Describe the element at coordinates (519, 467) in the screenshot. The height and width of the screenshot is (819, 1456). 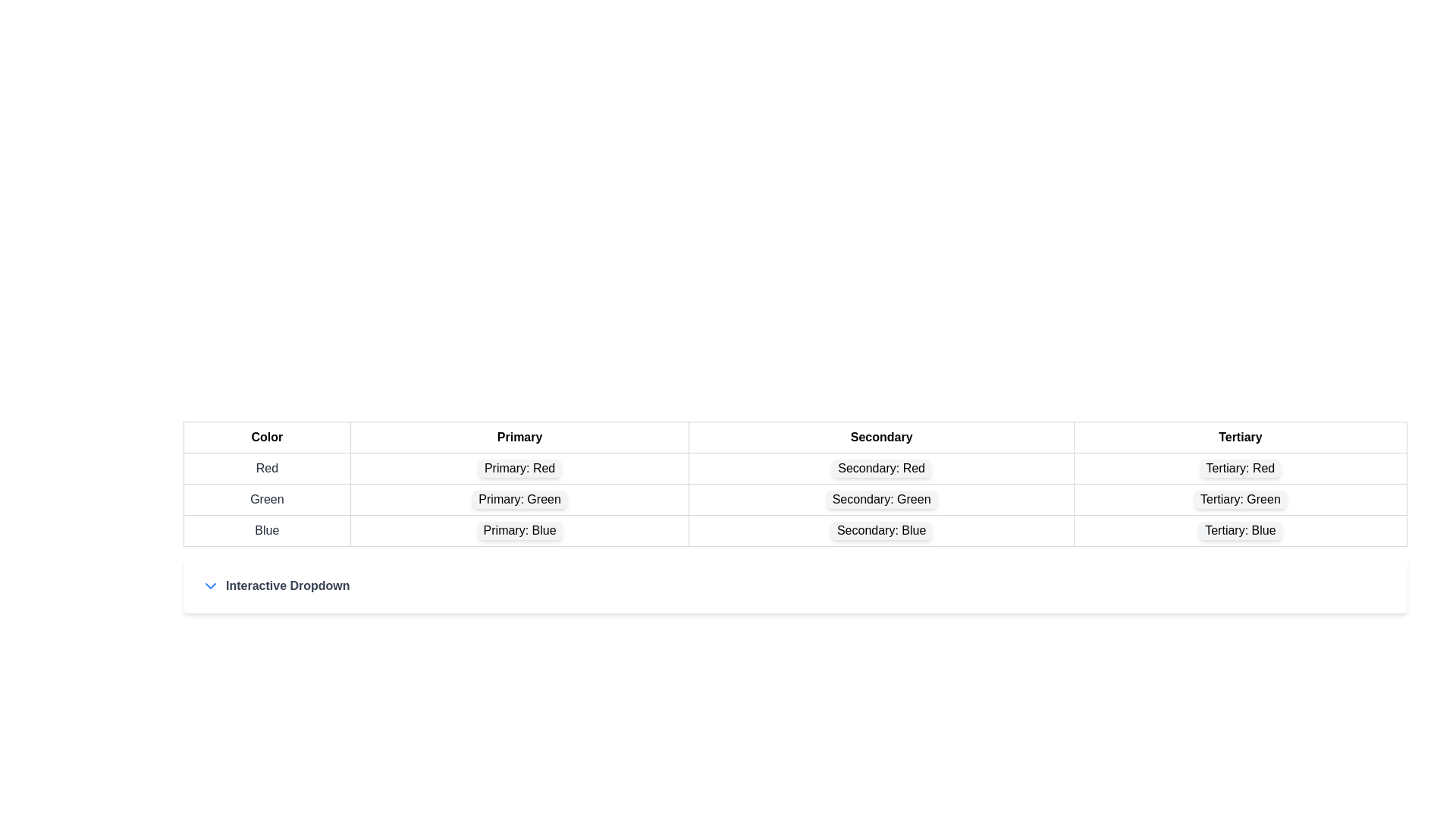
I see `the Text Label displaying 'Primary: Red' with a light gray background and bold black font, located in the 'Primary' column of the table` at that location.